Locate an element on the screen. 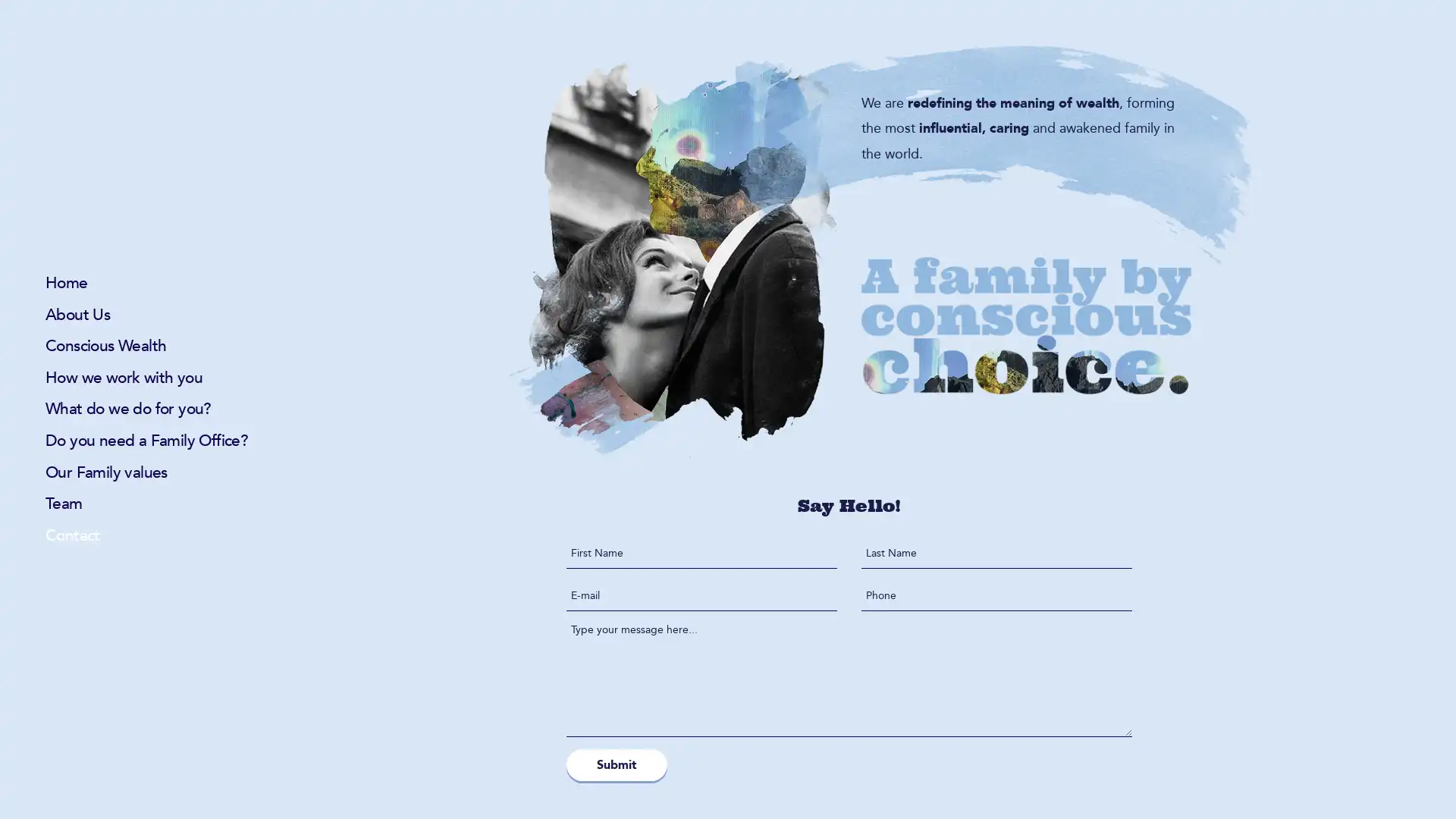 This screenshot has height=819, width=1456. Submit is located at coordinates (617, 764).